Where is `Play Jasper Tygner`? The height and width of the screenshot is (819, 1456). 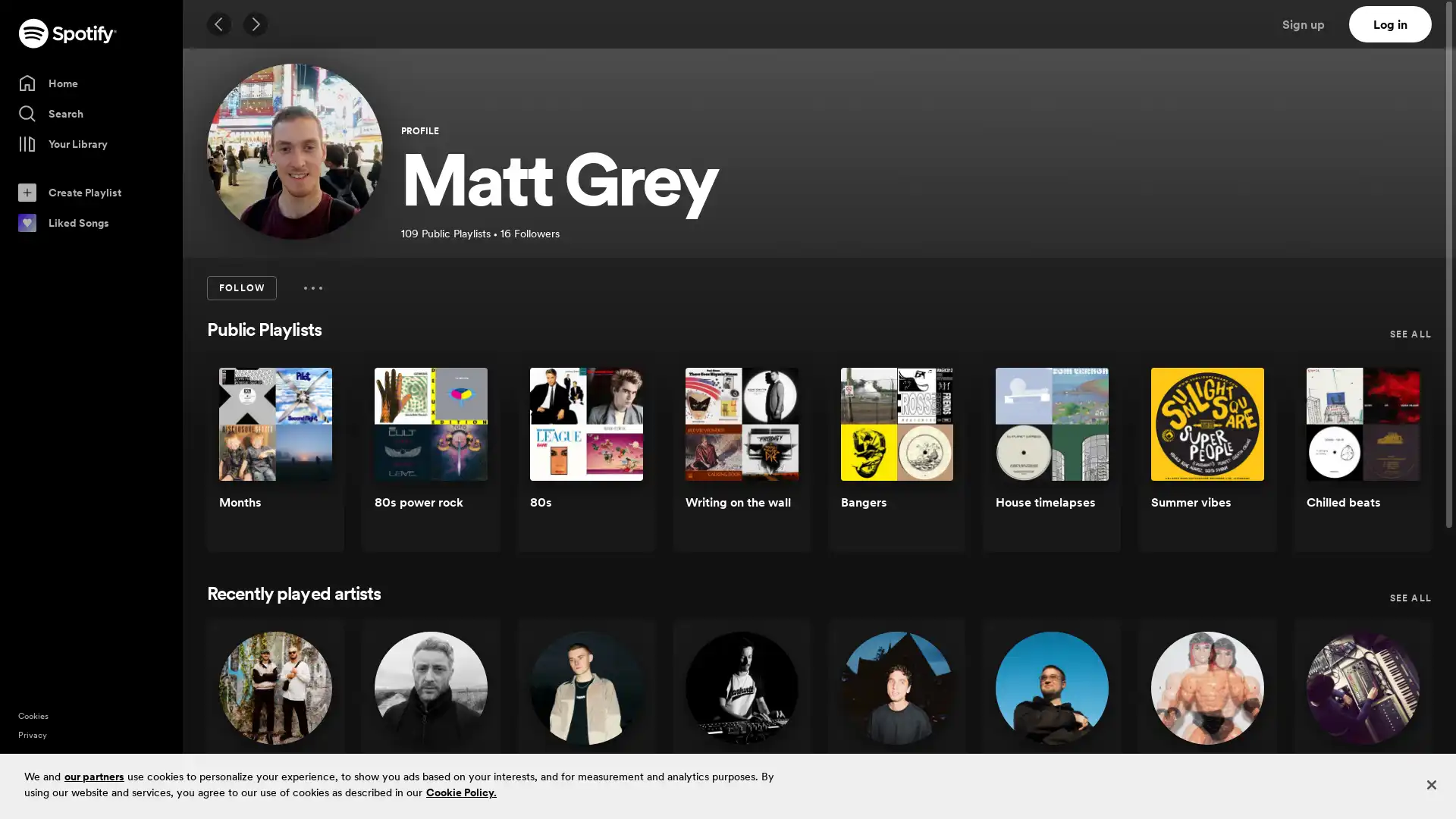
Play Jasper Tygner is located at coordinates (618, 724).